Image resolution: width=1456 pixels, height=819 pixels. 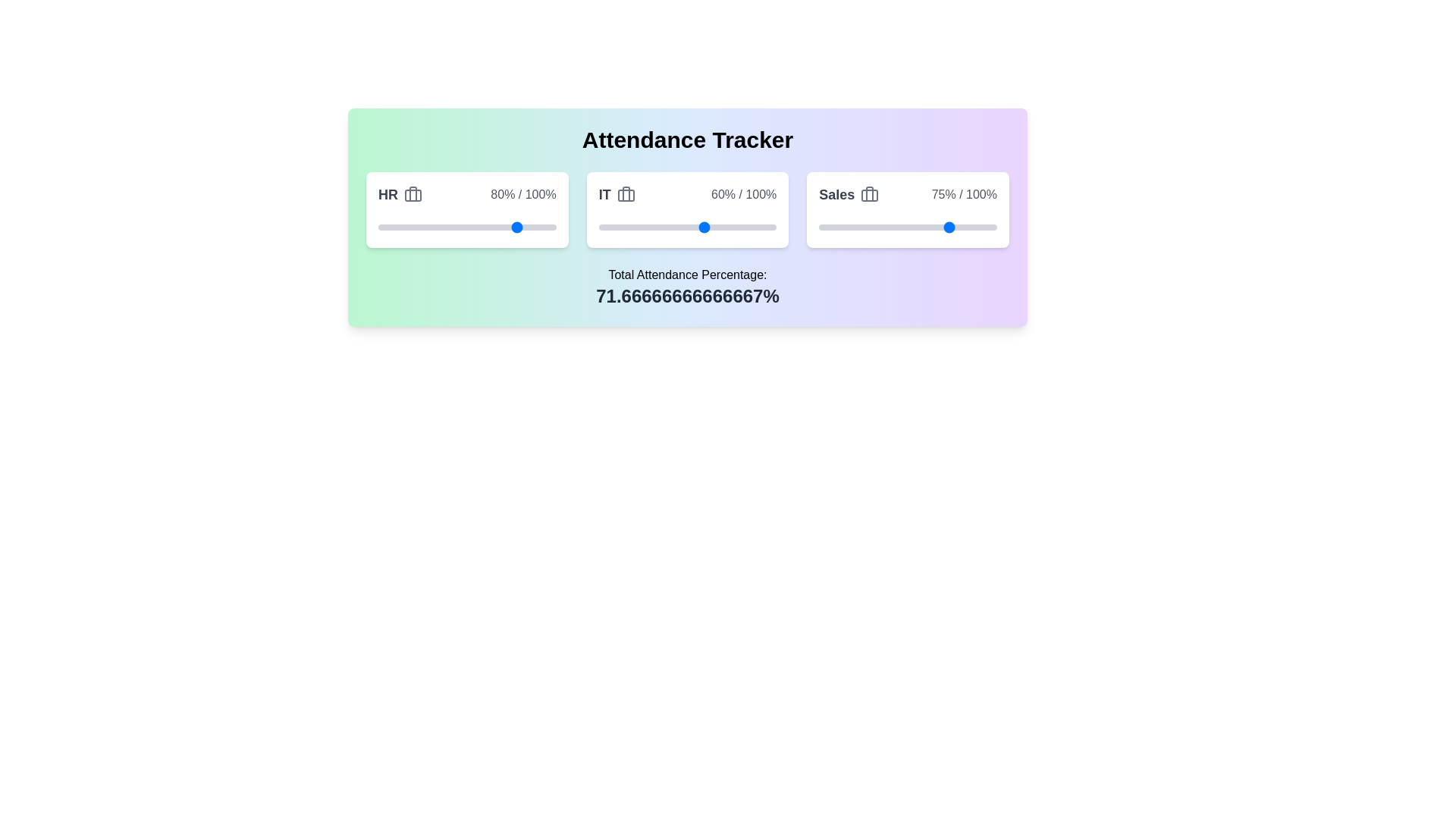 What do you see at coordinates (617, 194) in the screenshot?
I see `the Text with Icon element that serves as a label for the IT category, positioned in the second card above '60% / 100%'` at bounding box center [617, 194].